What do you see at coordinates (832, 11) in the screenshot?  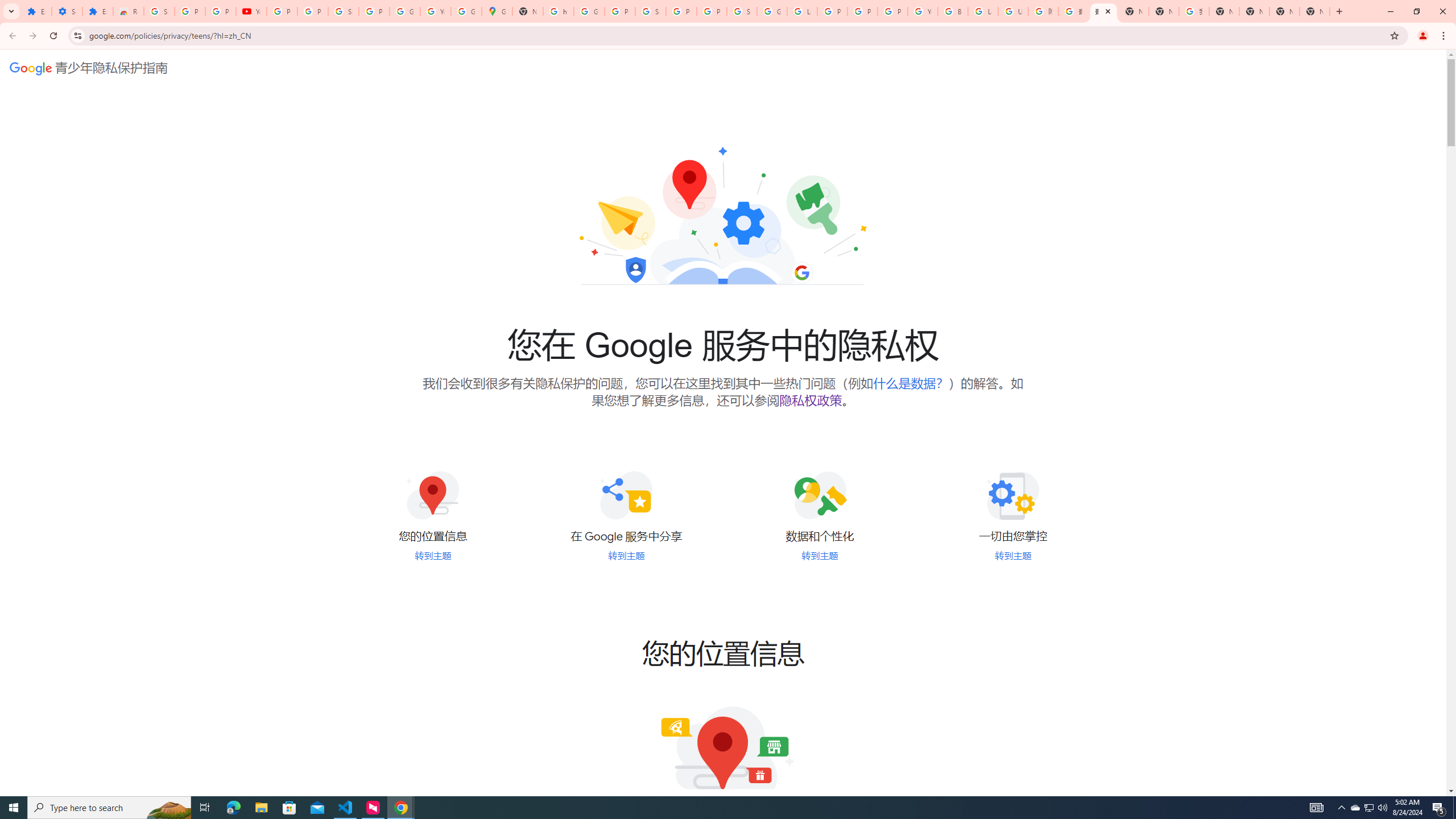 I see `'Privacy Help Center - Policies Help'` at bounding box center [832, 11].